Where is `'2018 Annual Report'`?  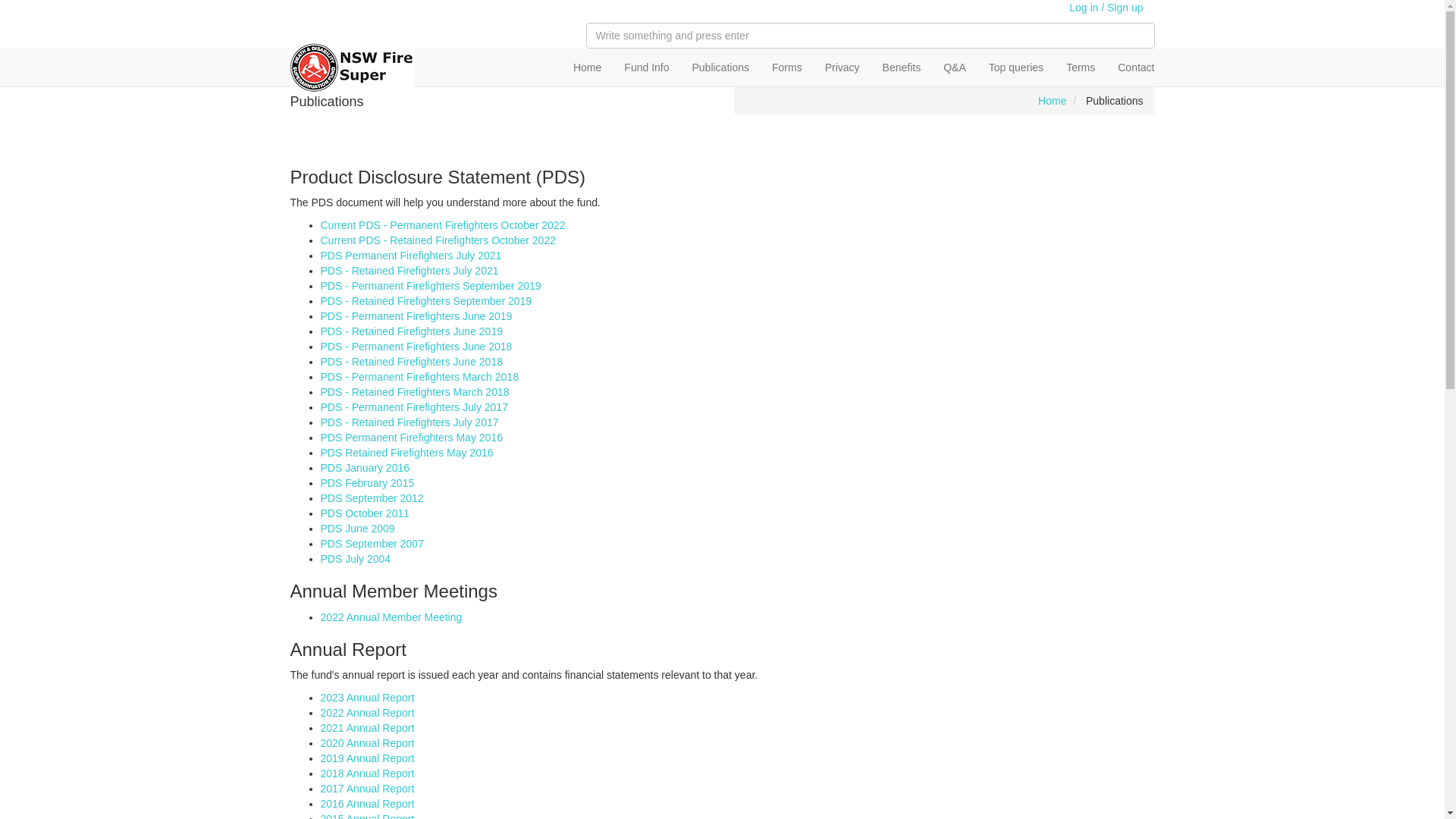 '2018 Annual Report' is located at coordinates (319, 773).